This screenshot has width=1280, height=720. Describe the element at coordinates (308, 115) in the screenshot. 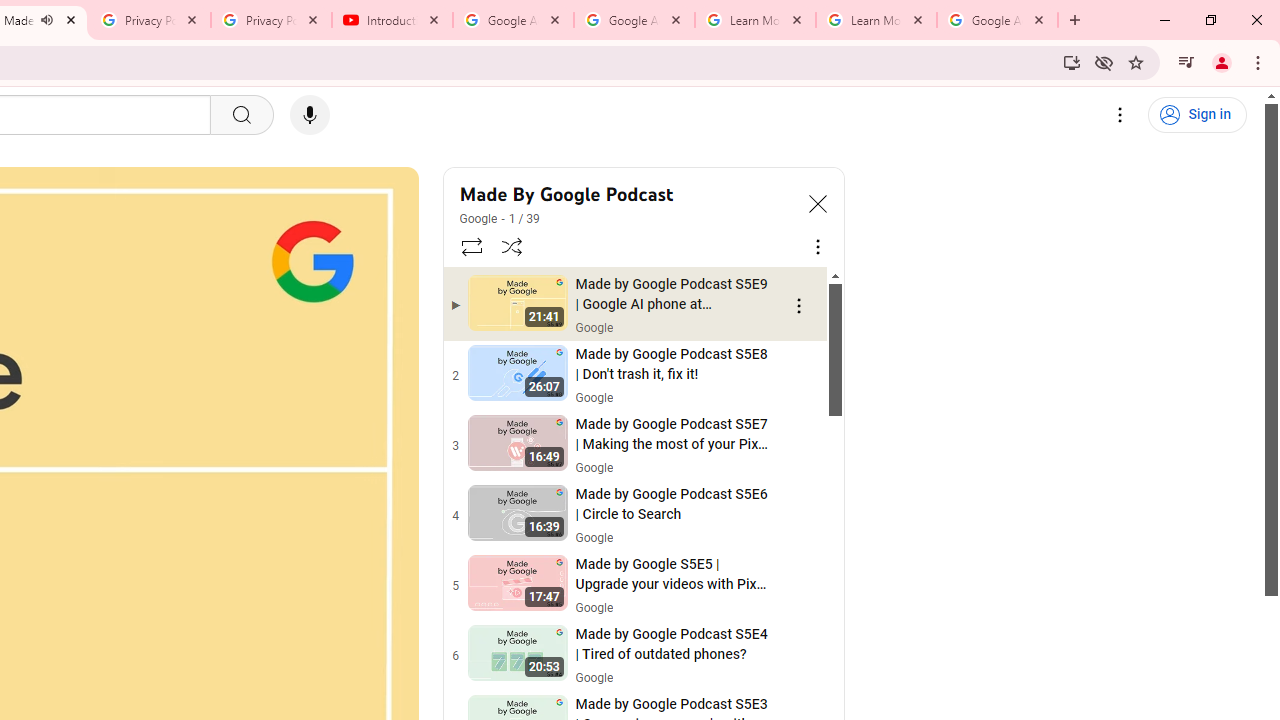

I see `'Search with your voice'` at that location.